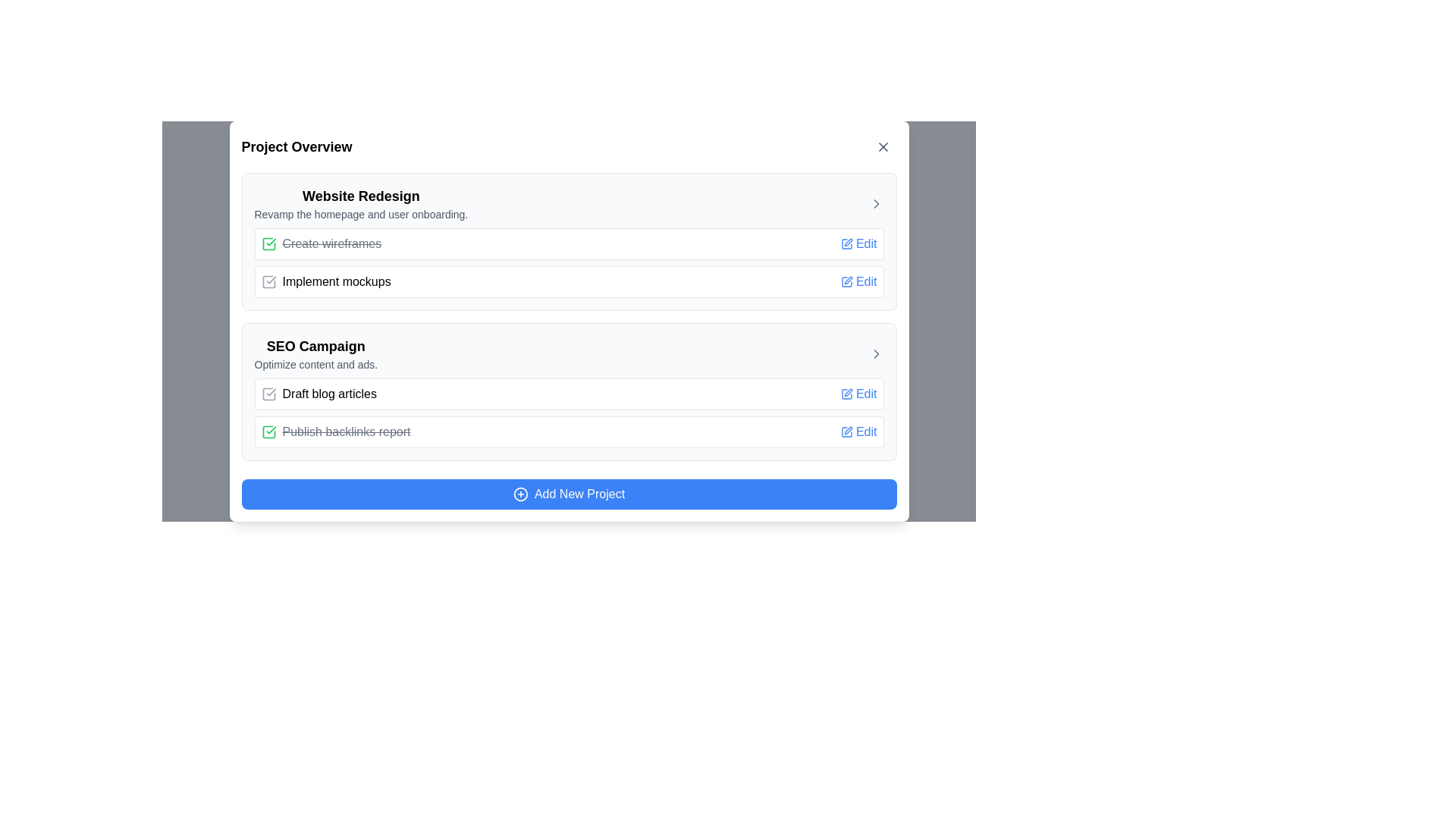  Describe the element at coordinates (520, 494) in the screenshot. I see `the 'Add New' icon located on the left side of the 'Add New Project' button` at that location.